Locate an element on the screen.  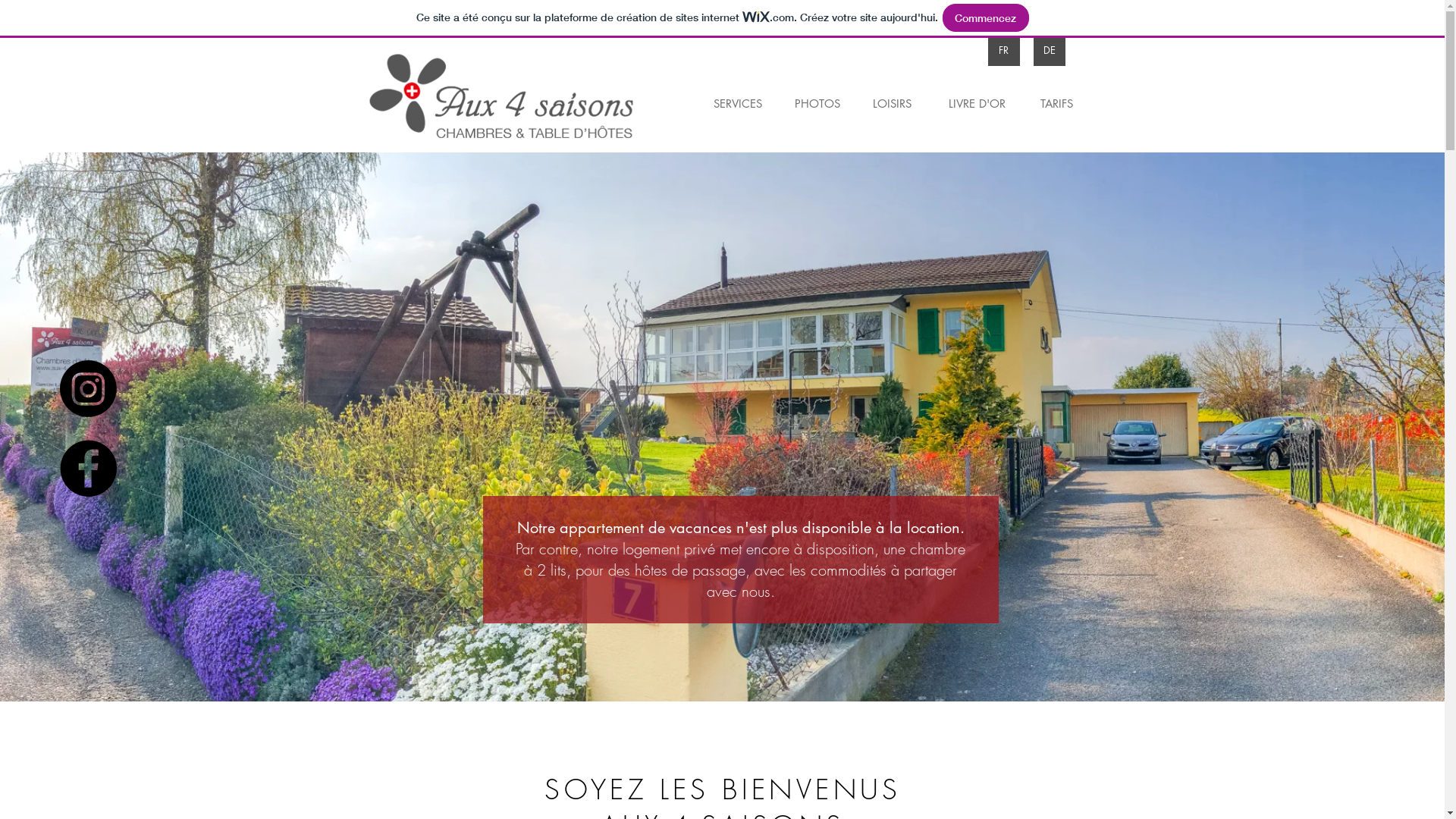
'FR' is located at coordinates (1003, 49).